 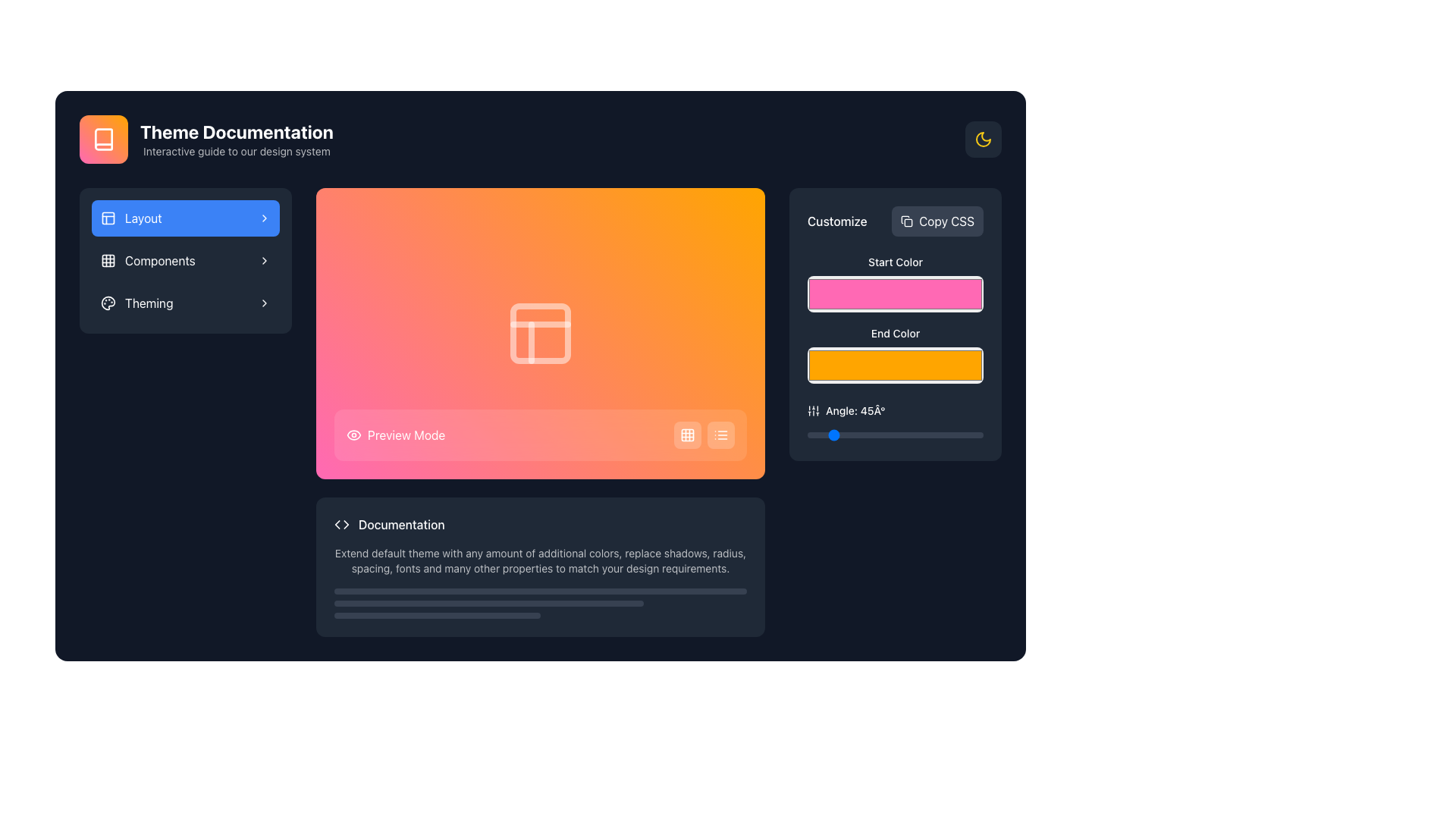 I want to click on the chevron icon indicating navigation for the 'Theming' menu, so click(x=265, y=303).